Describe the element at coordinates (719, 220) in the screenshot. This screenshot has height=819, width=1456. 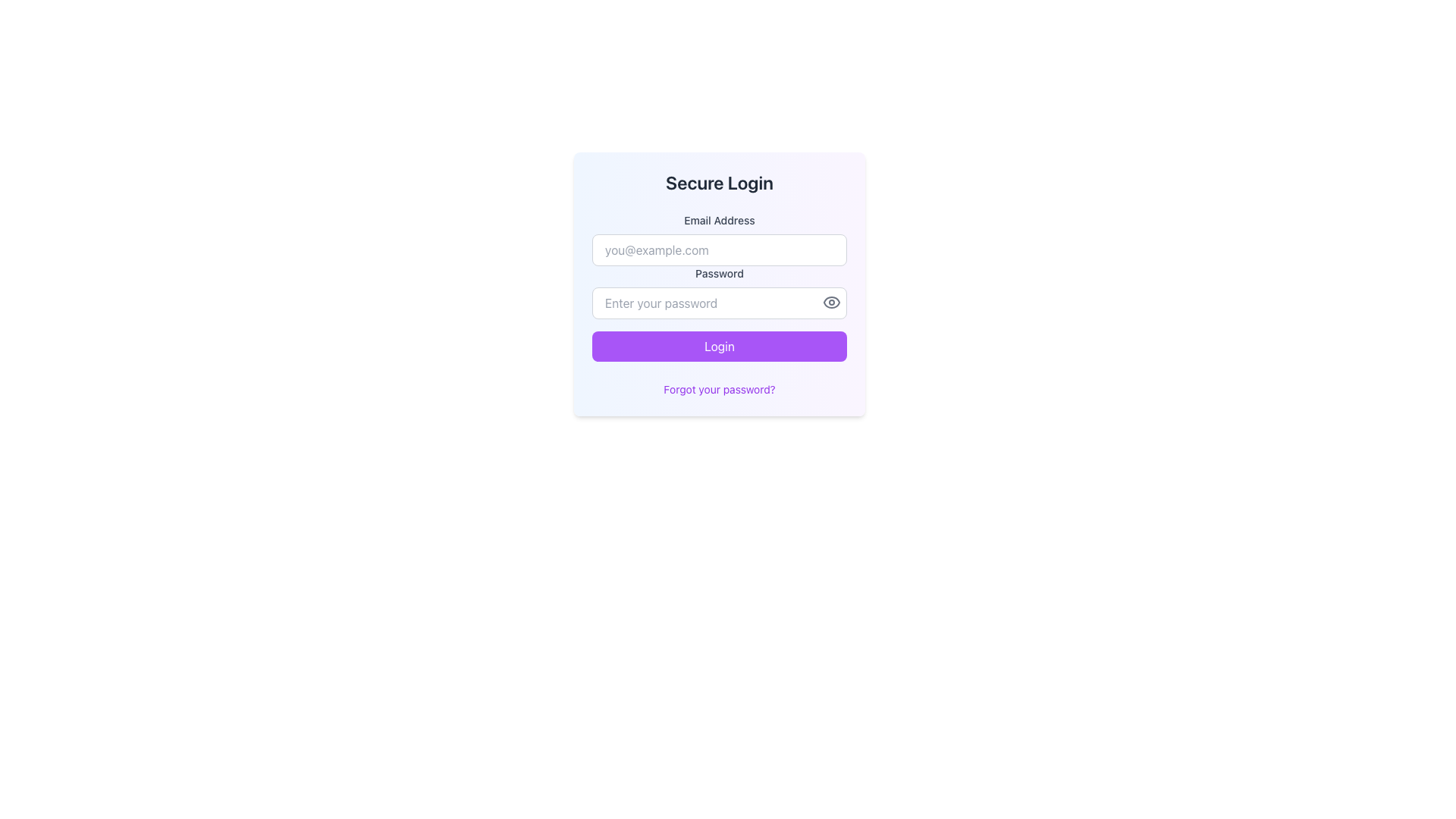
I see `label that guides the user to input their email address, located above the email input field with placeholder text 'you@example.com'` at that location.